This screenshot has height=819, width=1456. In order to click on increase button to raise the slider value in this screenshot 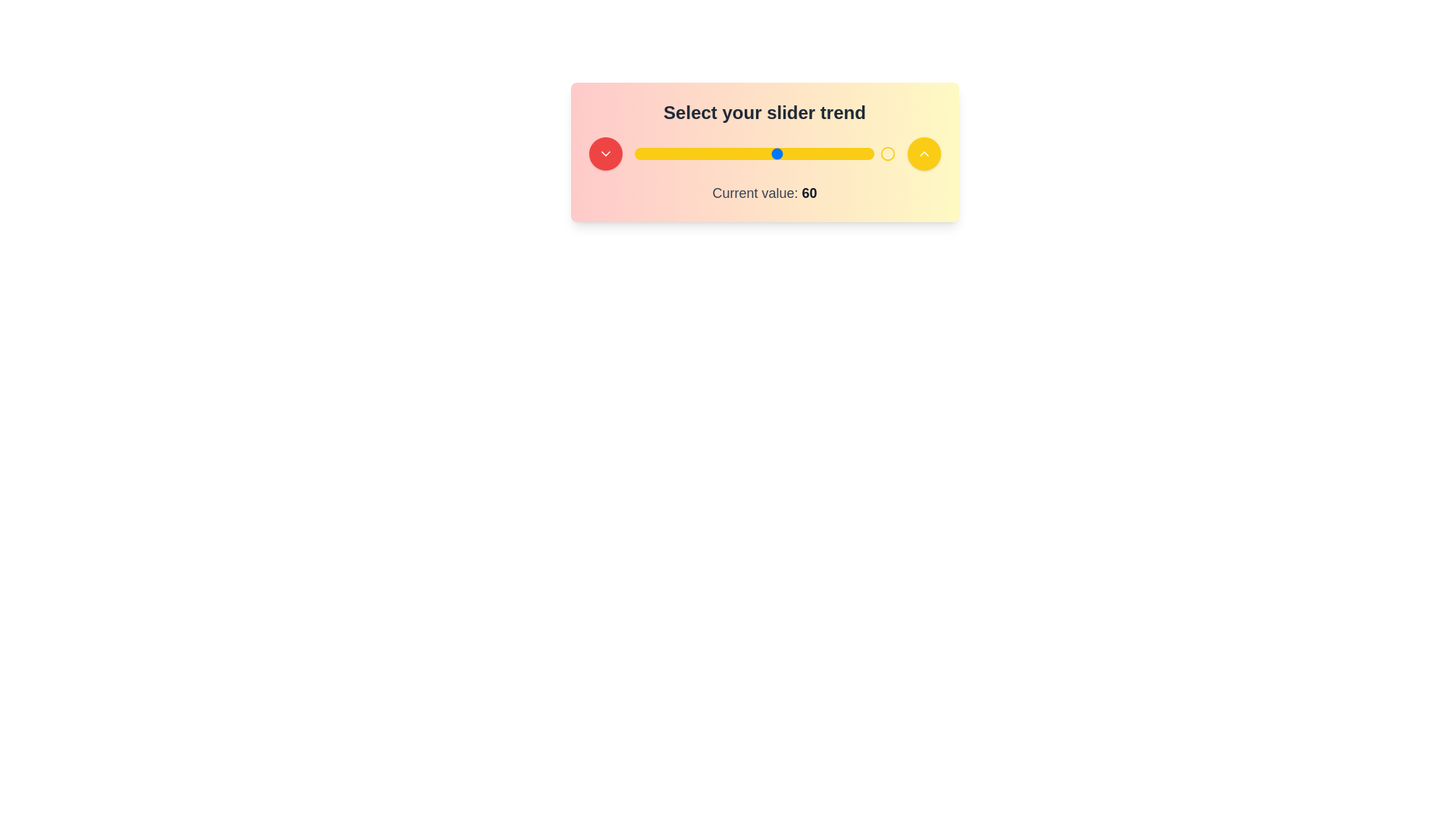, I will do `click(923, 154)`.